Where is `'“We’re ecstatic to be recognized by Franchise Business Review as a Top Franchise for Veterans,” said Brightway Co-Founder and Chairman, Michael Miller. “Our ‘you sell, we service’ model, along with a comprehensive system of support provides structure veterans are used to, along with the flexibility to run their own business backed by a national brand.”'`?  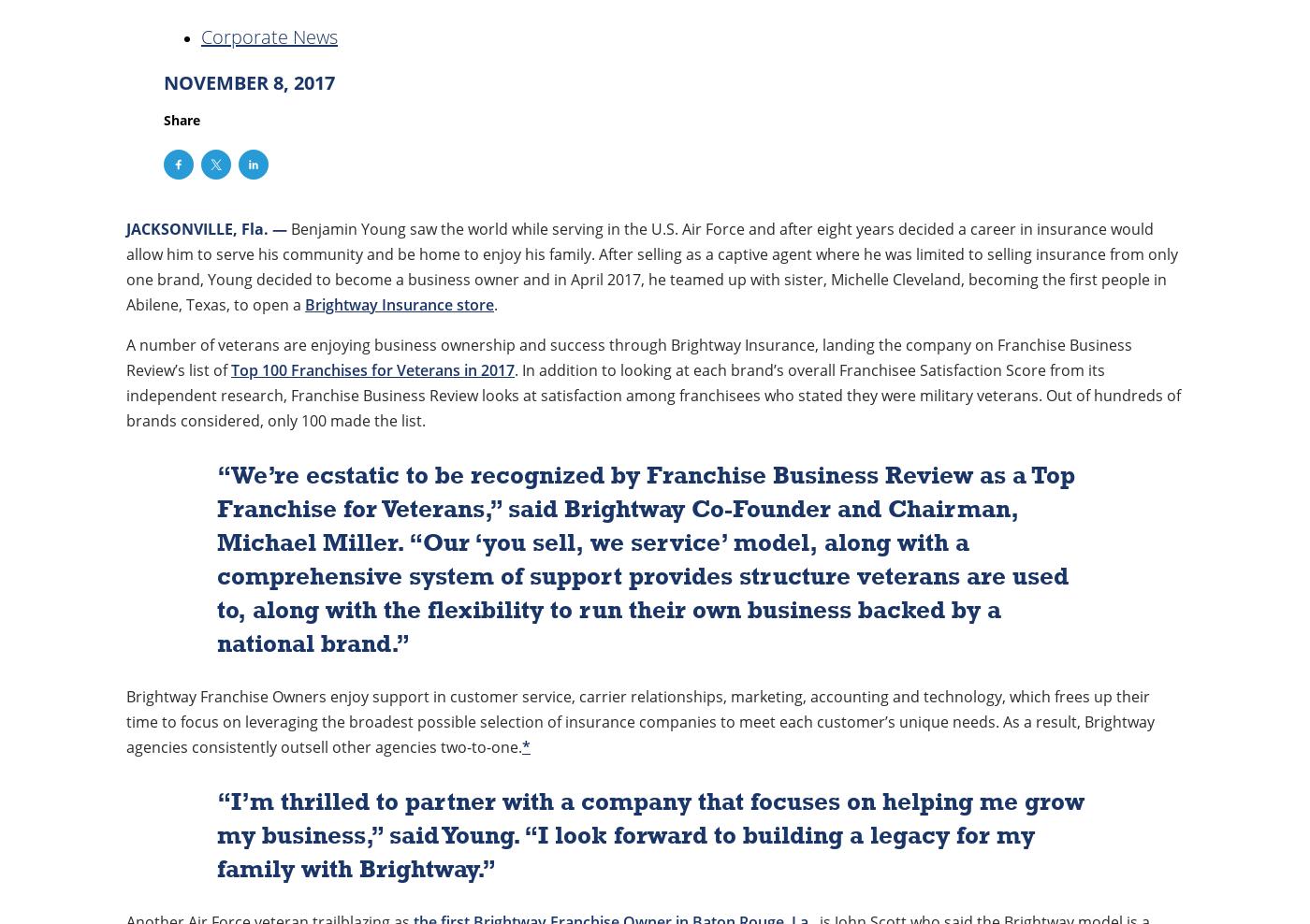 '“We’re ecstatic to be recognized by Franchise Business Review as a Top Franchise for Veterans,” said Brightway Co-Founder and Chairman, Michael Miller. “Our ‘you sell, we service’ model, along with a comprehensive system of support provides structure veterans are used to, along with the flexibility to run their own business backed by a national brand.”' is located at coordinates (645, 558).